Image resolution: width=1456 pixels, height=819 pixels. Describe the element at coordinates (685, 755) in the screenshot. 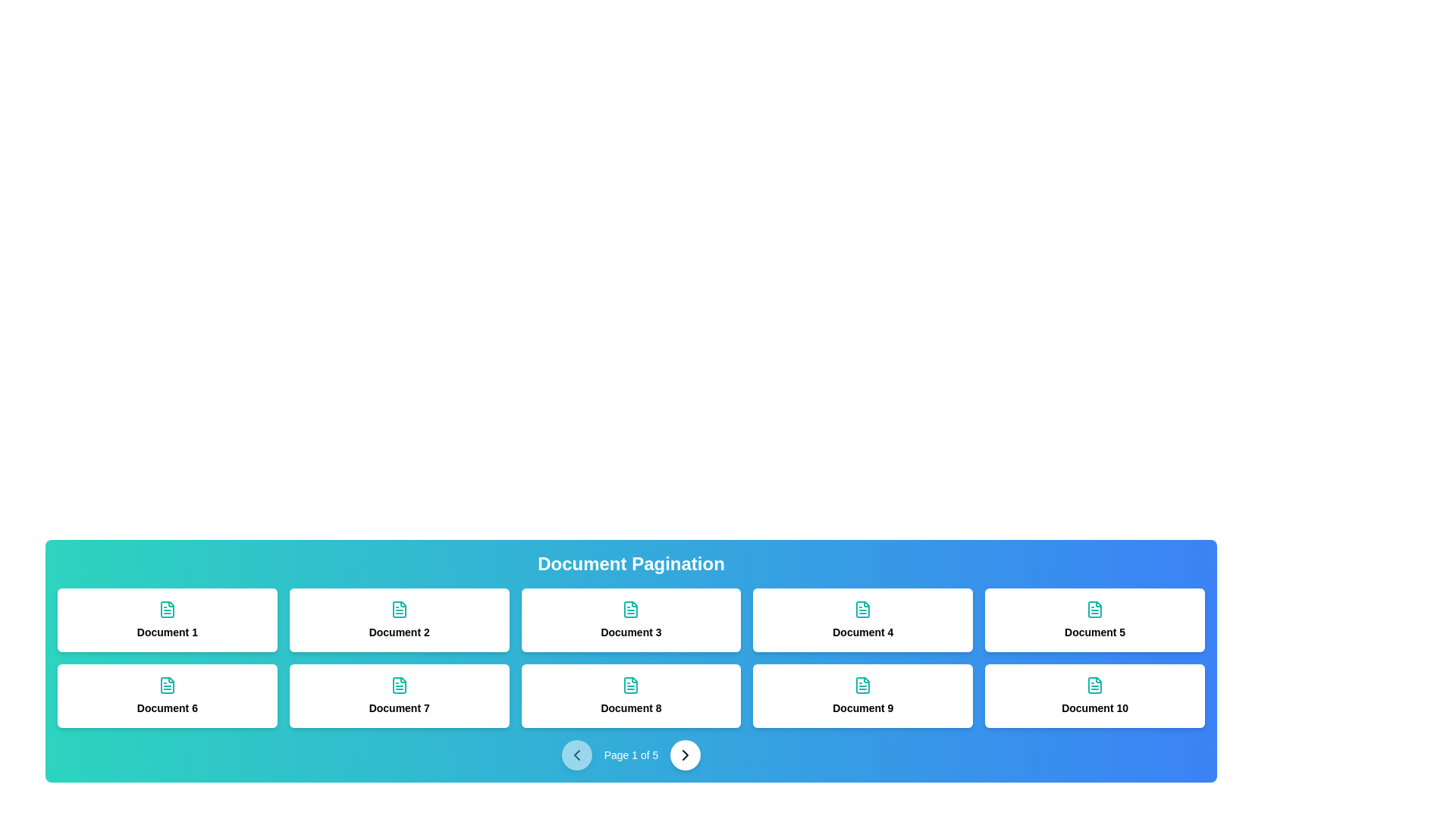

I see `the pagination button that navigates to the next page, located near the bottom center of the interface, immediately to the right of the 'Page 1 of 5' text` at that location.